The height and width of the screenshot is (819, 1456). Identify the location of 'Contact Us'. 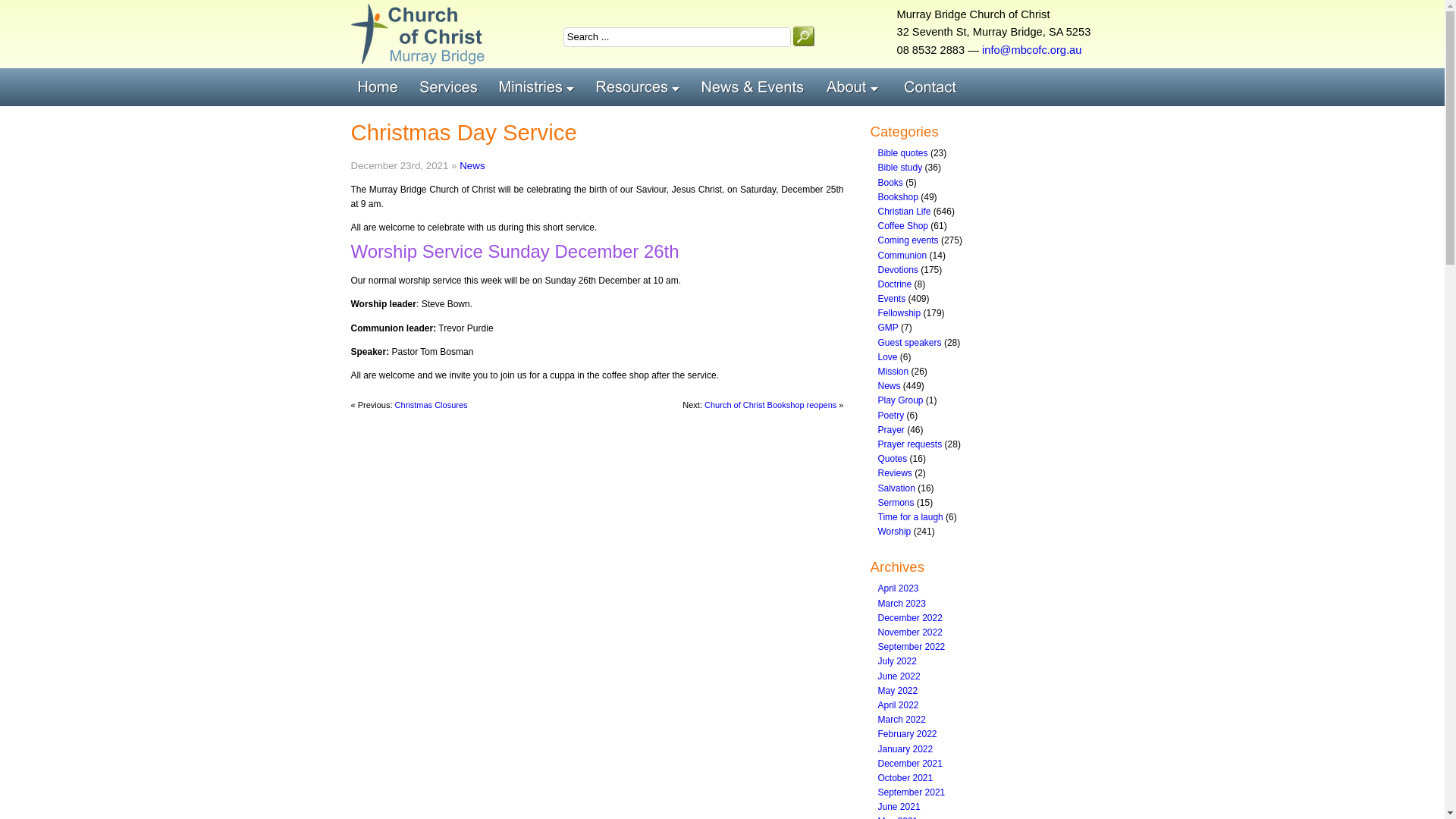
(932, 87).